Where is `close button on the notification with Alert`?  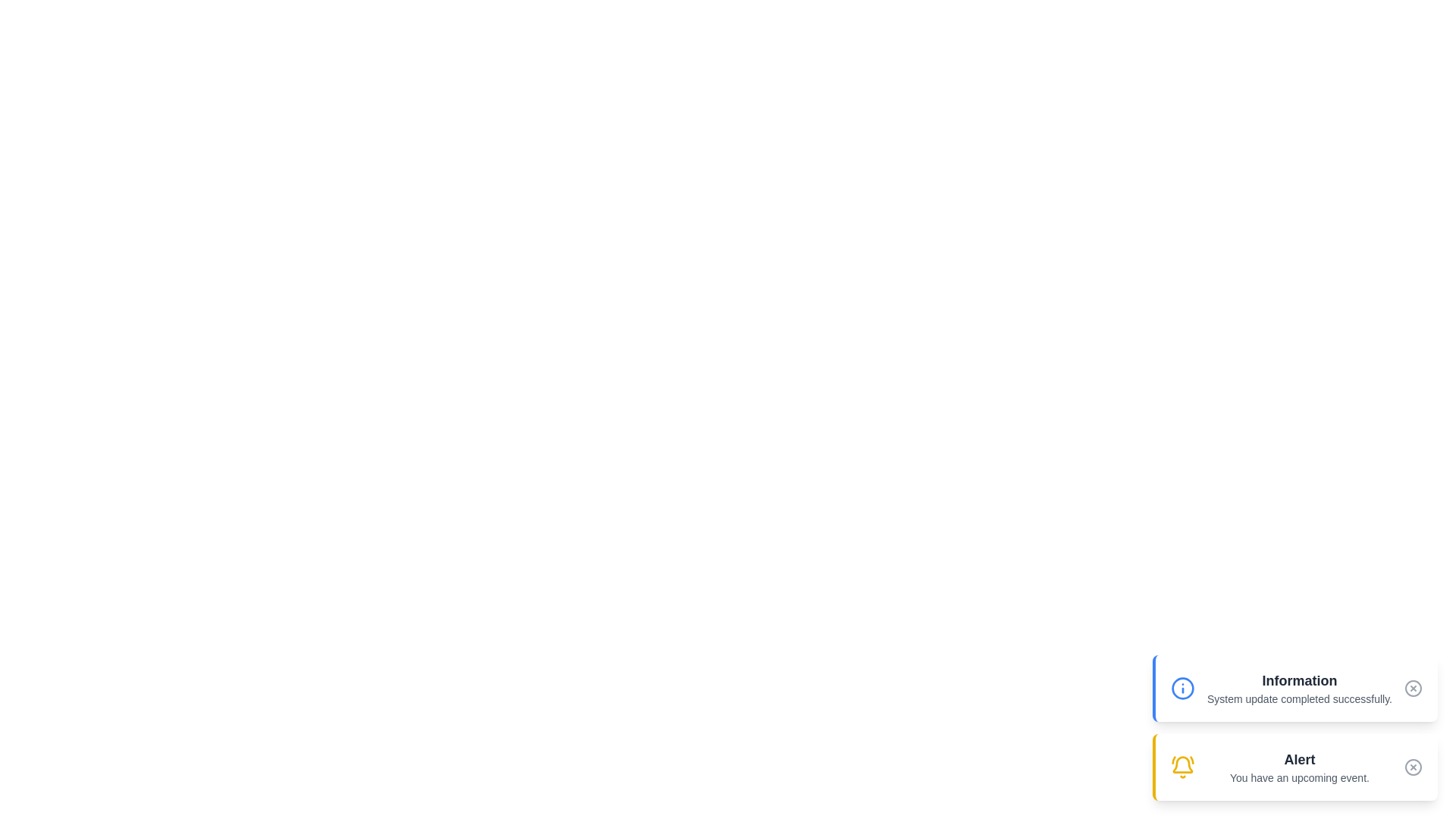 close button on the notification with Alert is located at coordinates (1412, 767).